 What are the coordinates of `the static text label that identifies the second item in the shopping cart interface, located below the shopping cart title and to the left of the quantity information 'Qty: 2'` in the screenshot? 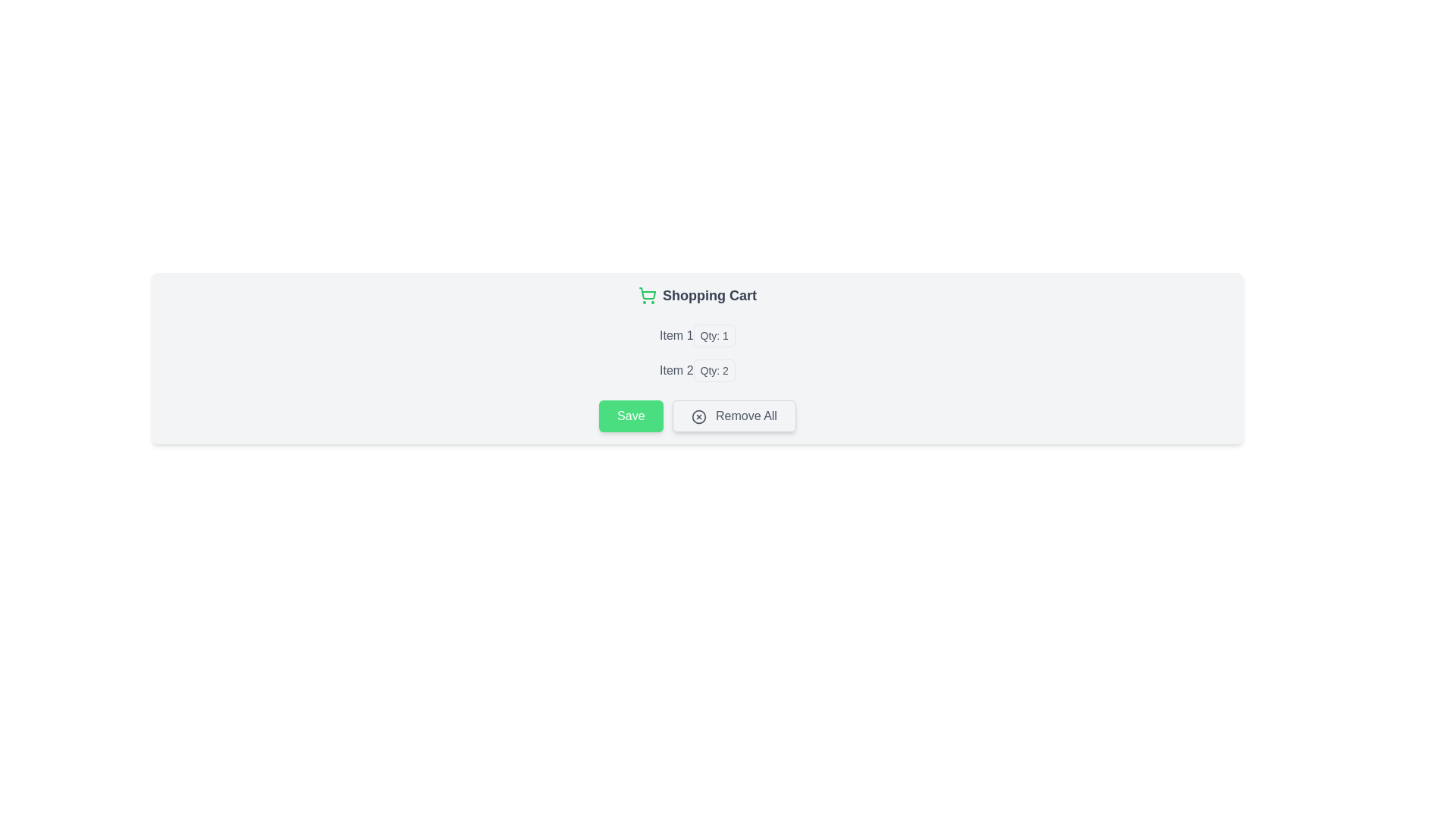 It's located at (676, 371).